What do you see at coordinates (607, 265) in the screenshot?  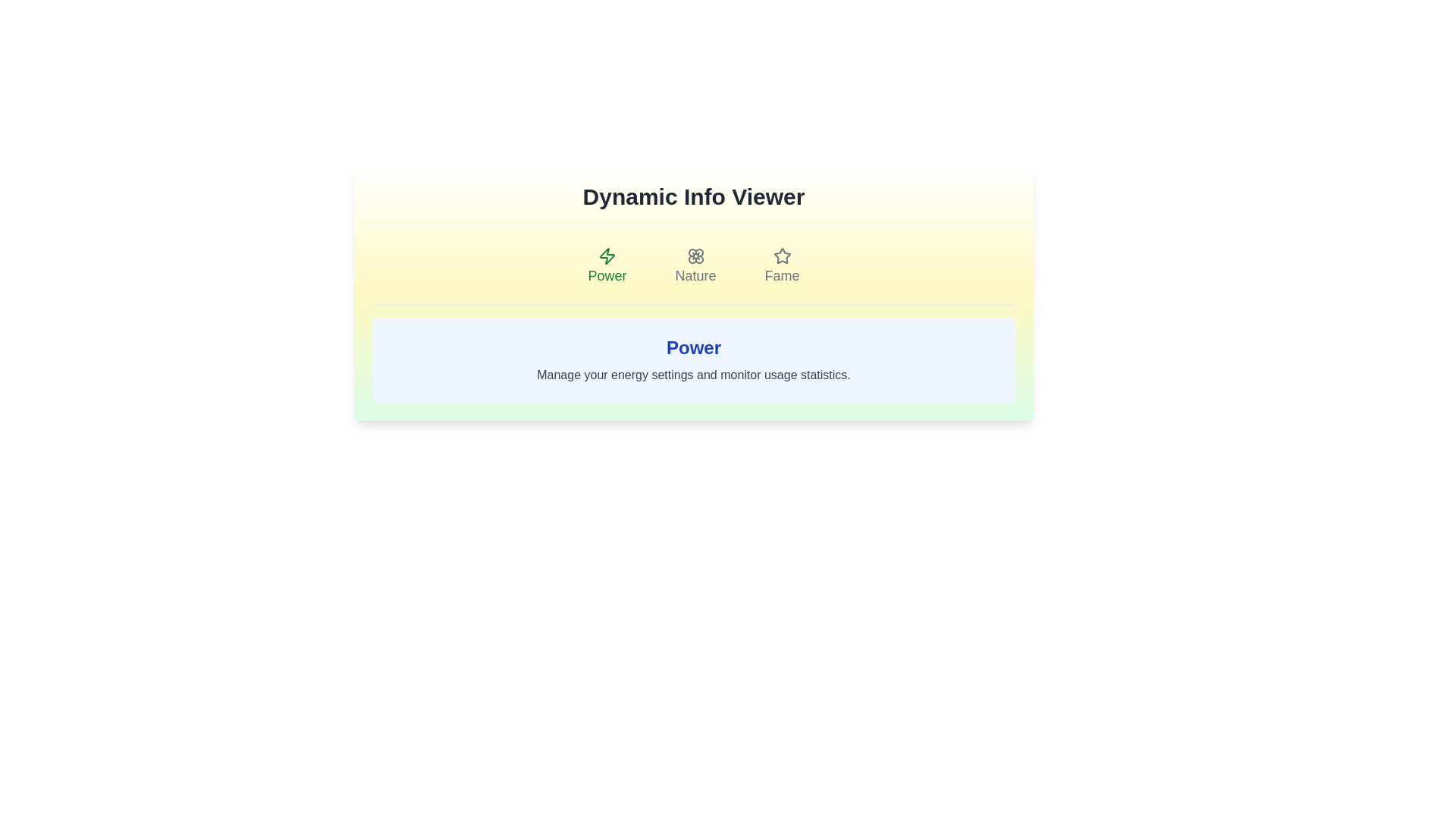 I see `the Power tab to see visual feedback` at bounding box center [607, 265].